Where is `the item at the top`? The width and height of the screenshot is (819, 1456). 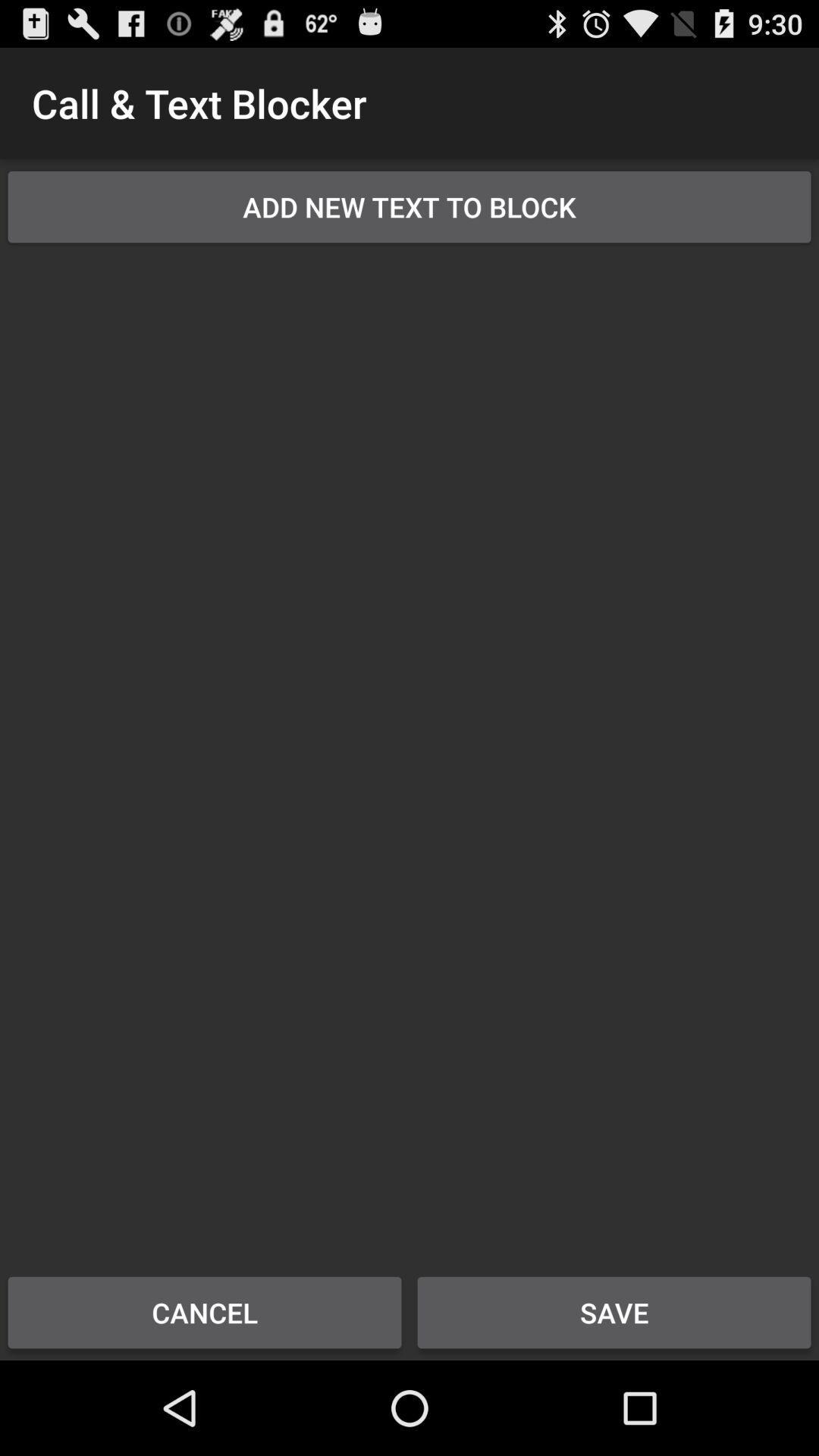
the item at the top is located at coordinates (409, 206).